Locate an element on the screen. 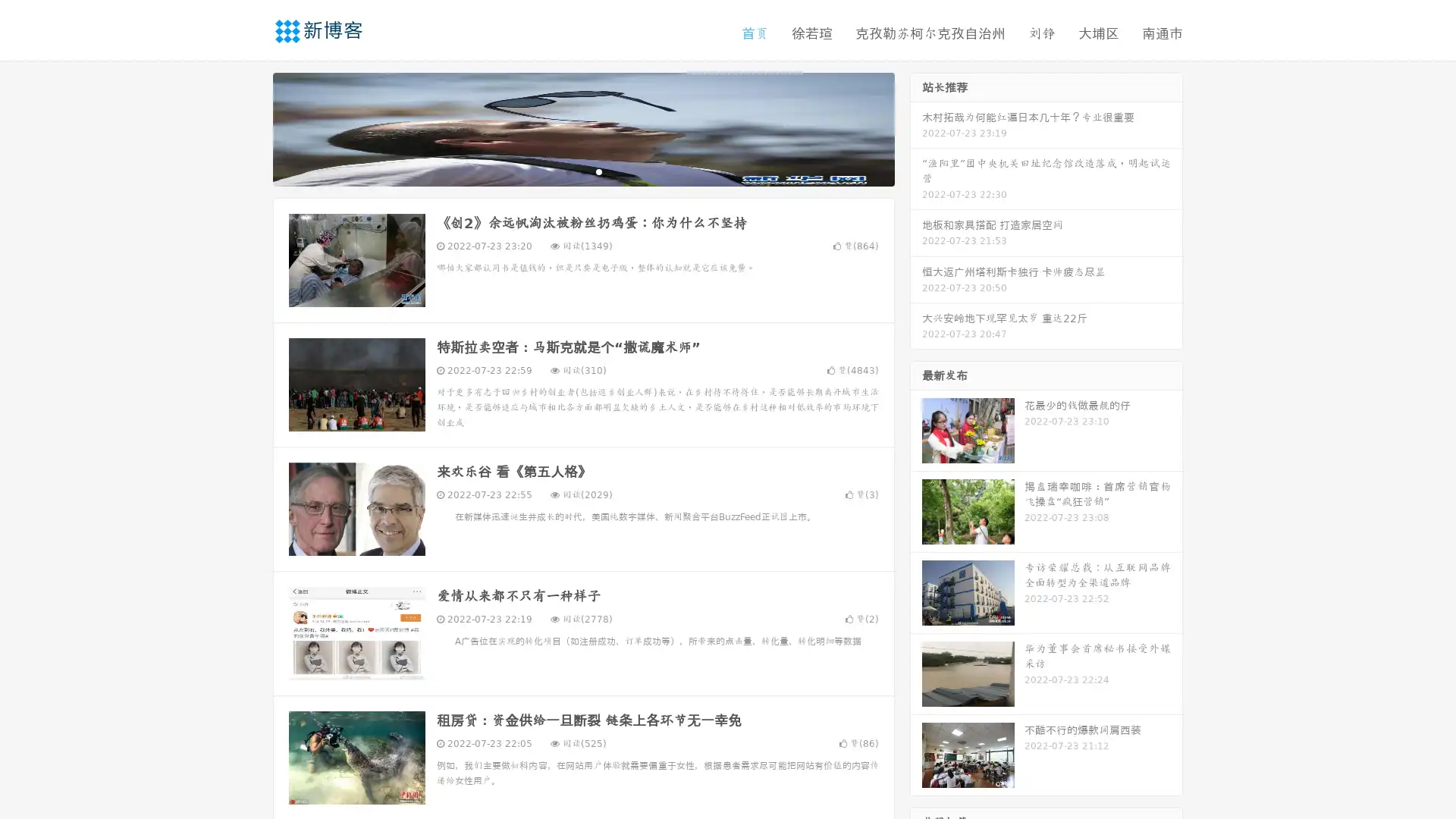  Go to slide 2 is located at coordinates (582, 171).